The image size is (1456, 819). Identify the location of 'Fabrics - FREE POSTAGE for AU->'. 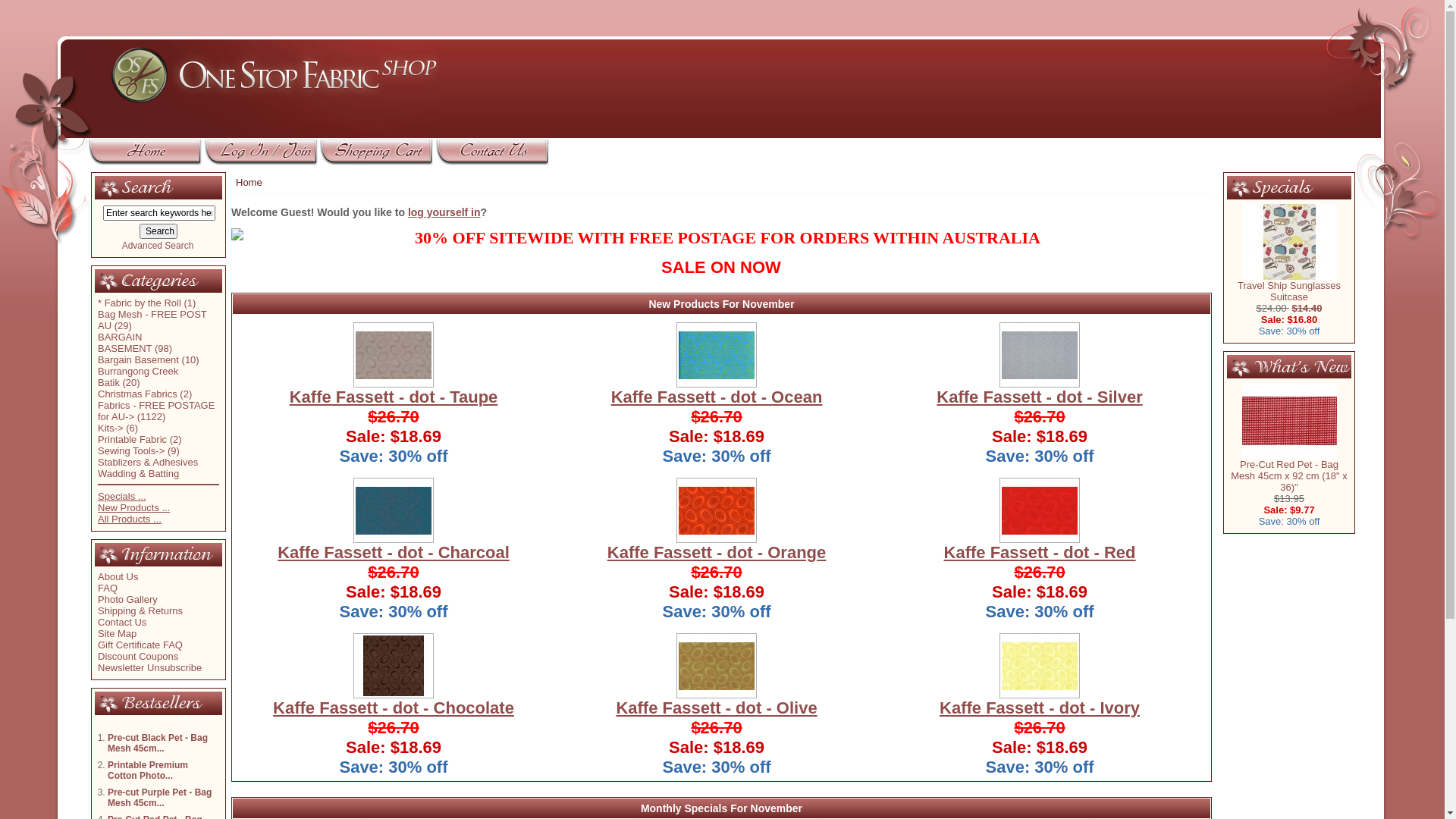
(156, 411).